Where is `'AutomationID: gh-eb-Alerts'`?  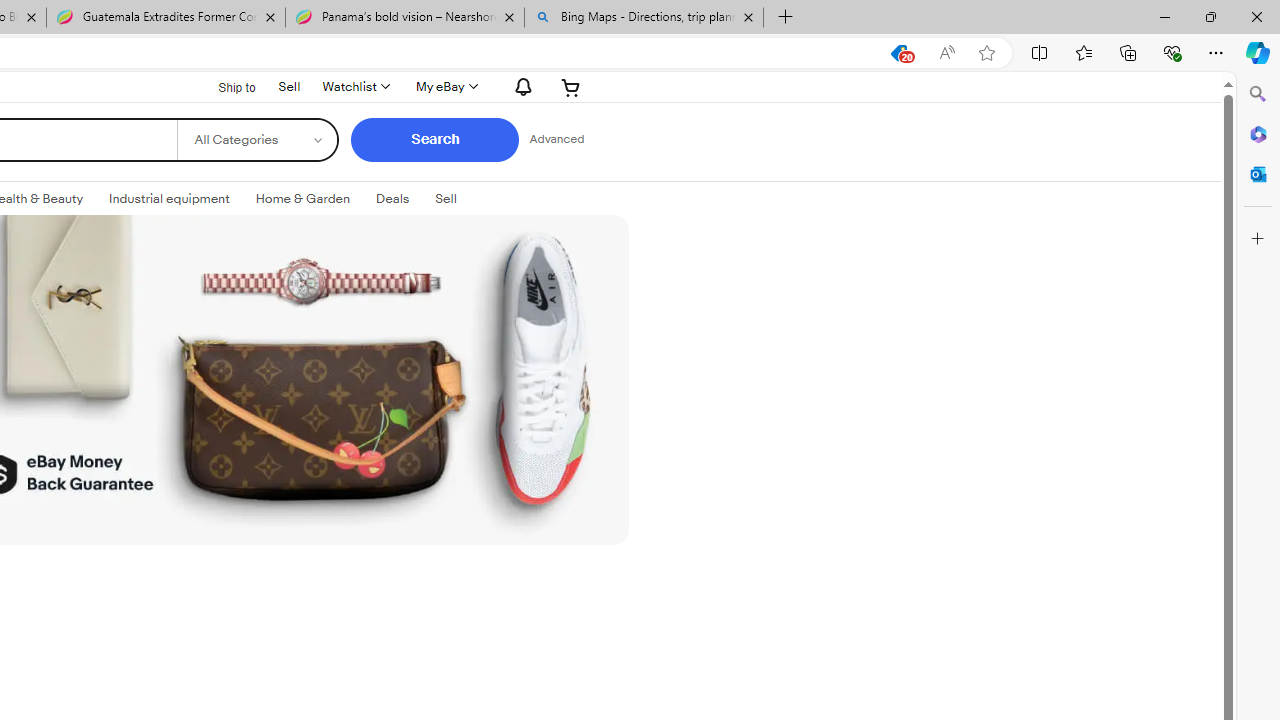
'AutomationID: gh-eb-Alerts' is located at coordinates (520, 85).